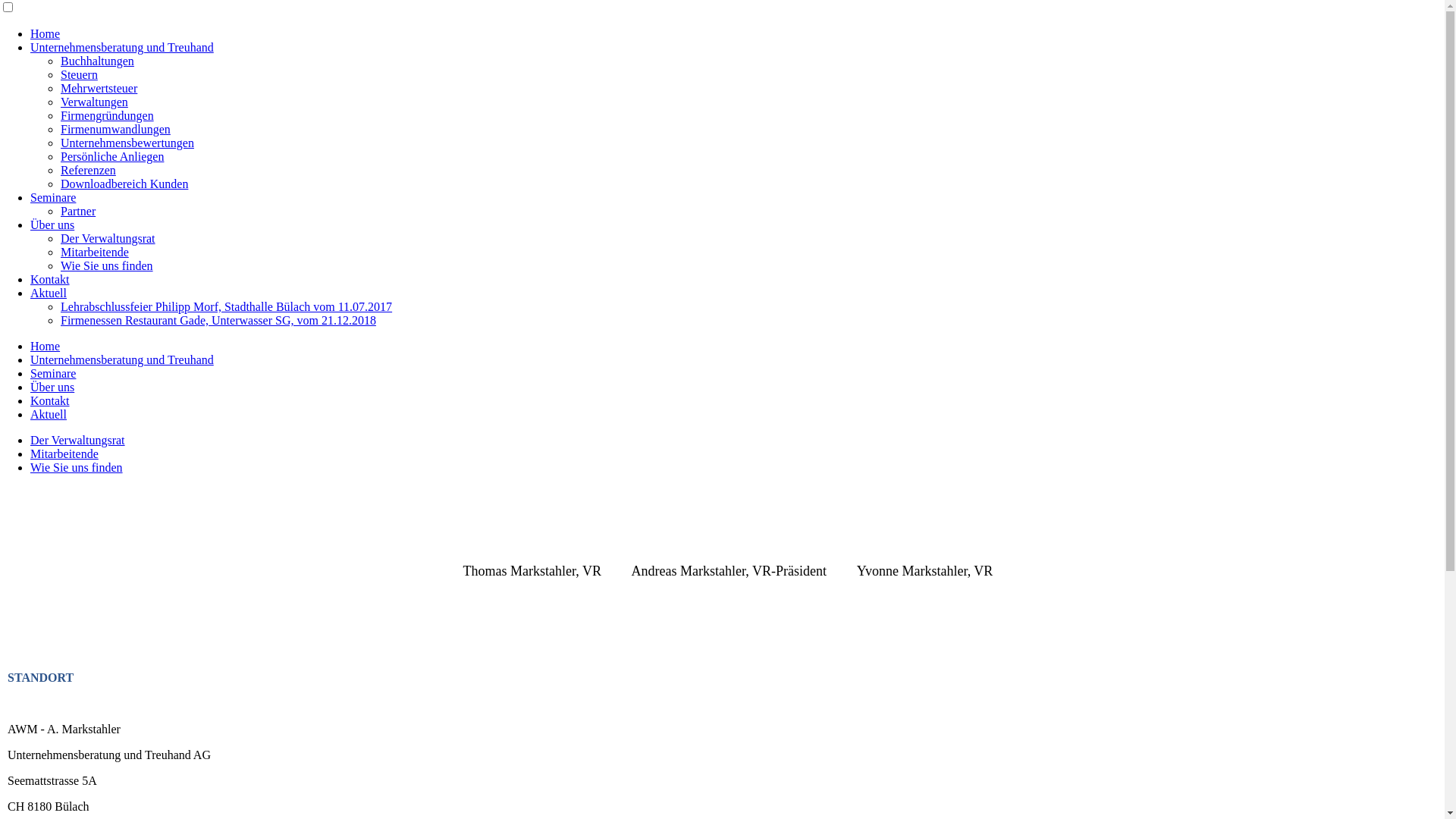 The height and width of the screenshot is (819, 1456). I want to click on 'Unternehmensberatung und Treuhand', so click(122, 46).